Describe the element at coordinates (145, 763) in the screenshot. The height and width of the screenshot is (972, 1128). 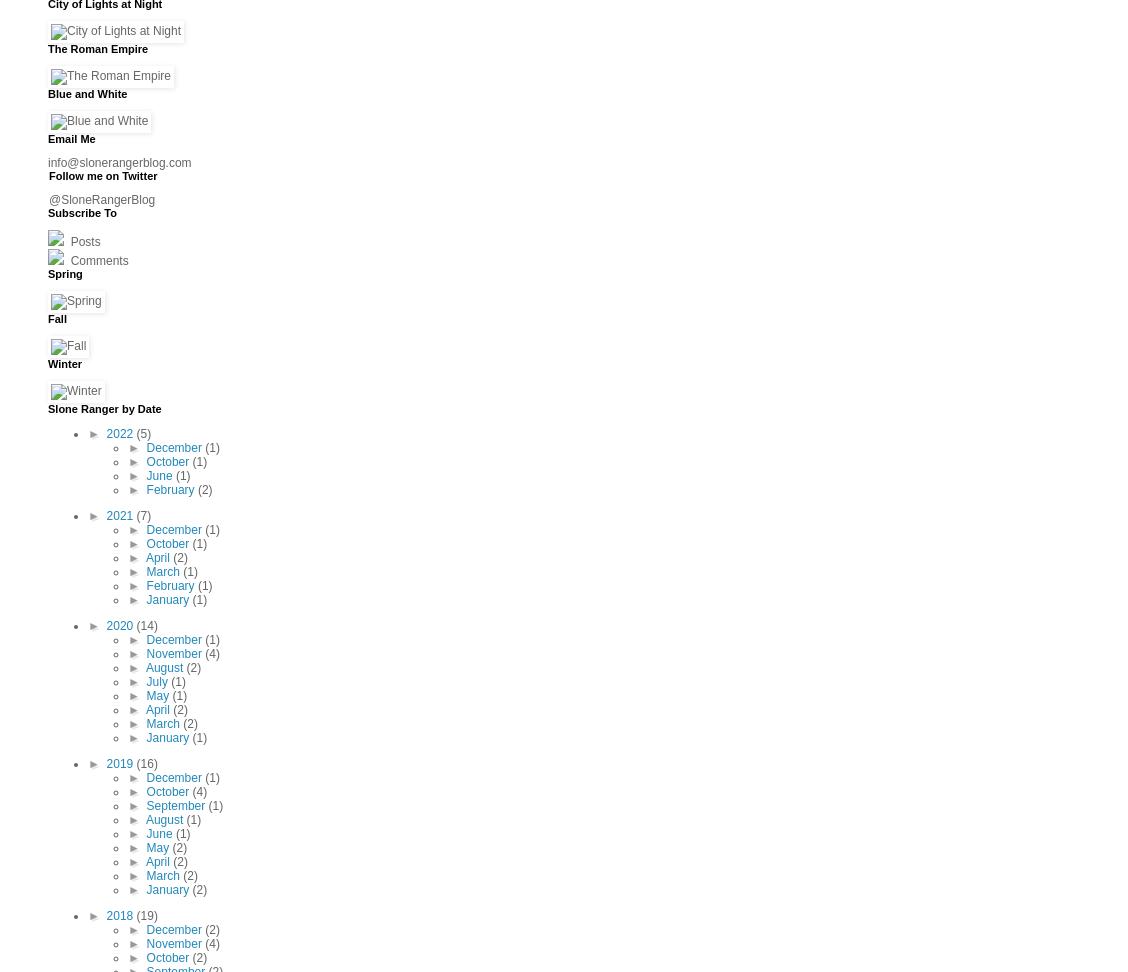
I see `'(16)'` at that location.